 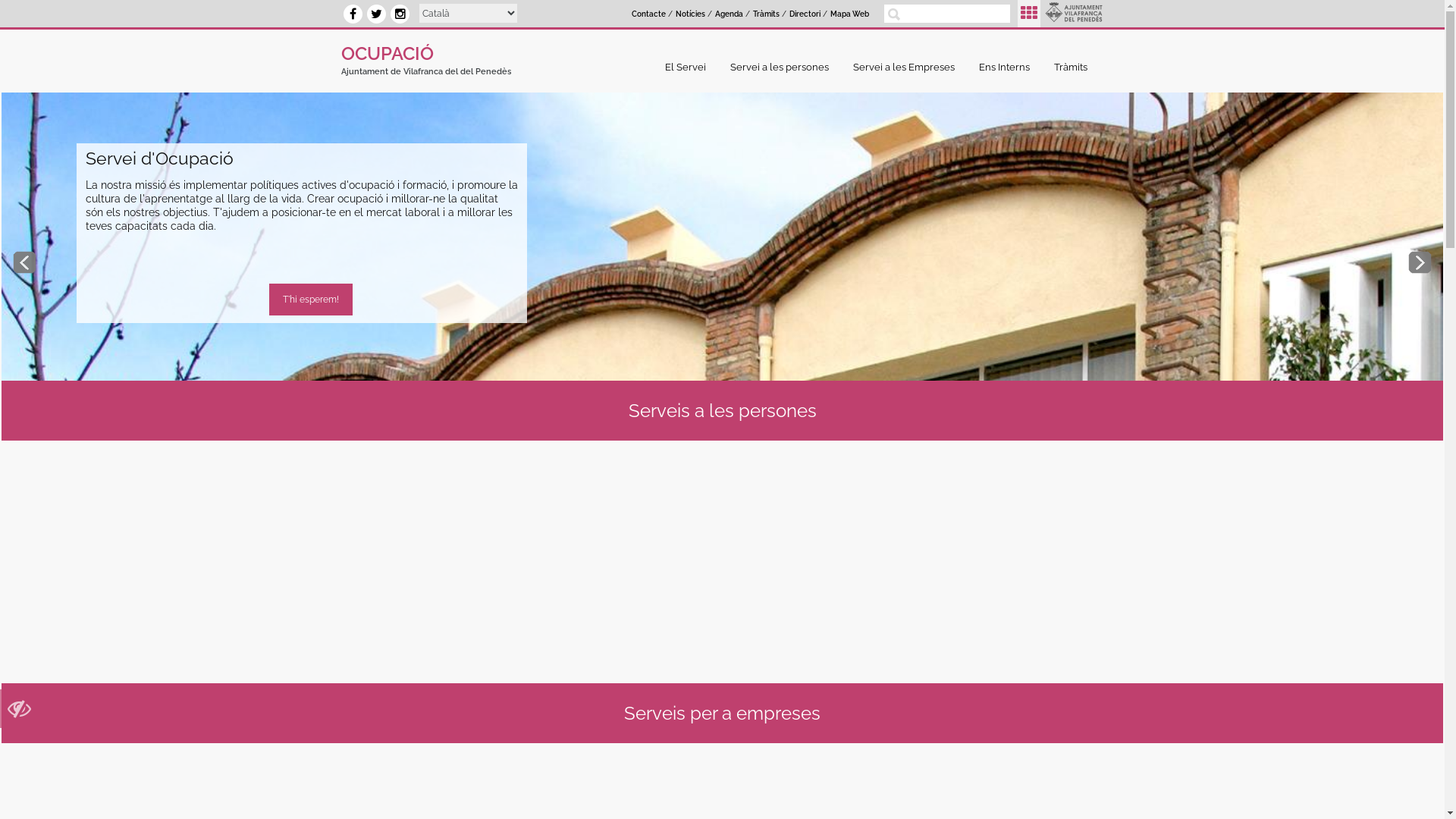 What do you see at coordinates (783, 66) in the screenshot?
I see `'Servei a les persones'` at bounding box center [783, 66].